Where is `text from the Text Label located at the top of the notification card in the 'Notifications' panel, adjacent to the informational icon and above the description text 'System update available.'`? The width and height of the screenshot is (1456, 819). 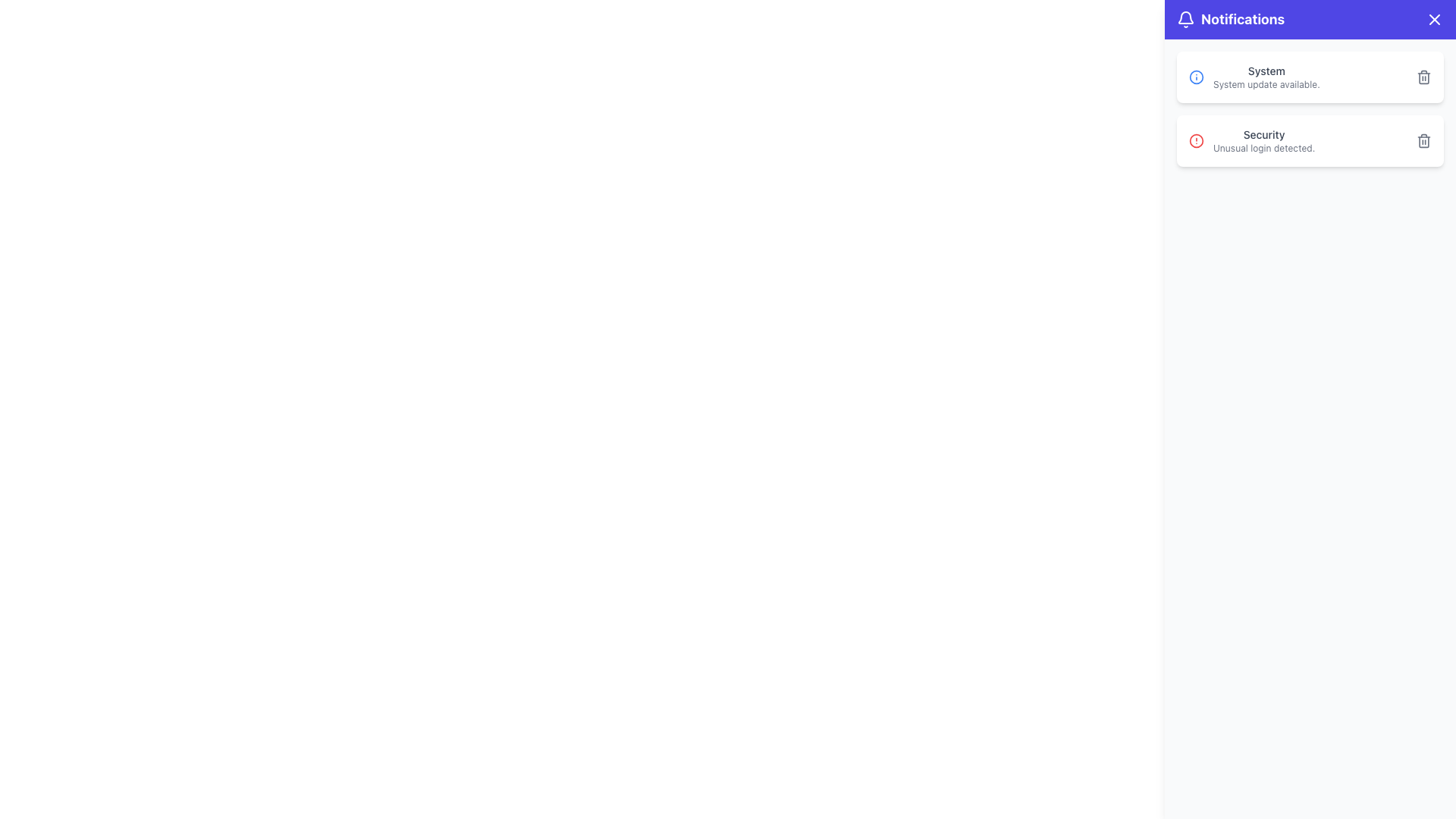
text from the Text Label located at the top of the notification card in the 'Notifications' panel, adjacent to the informational icon and above the description text 'System update available.' is located at coordinates (1266, 71).